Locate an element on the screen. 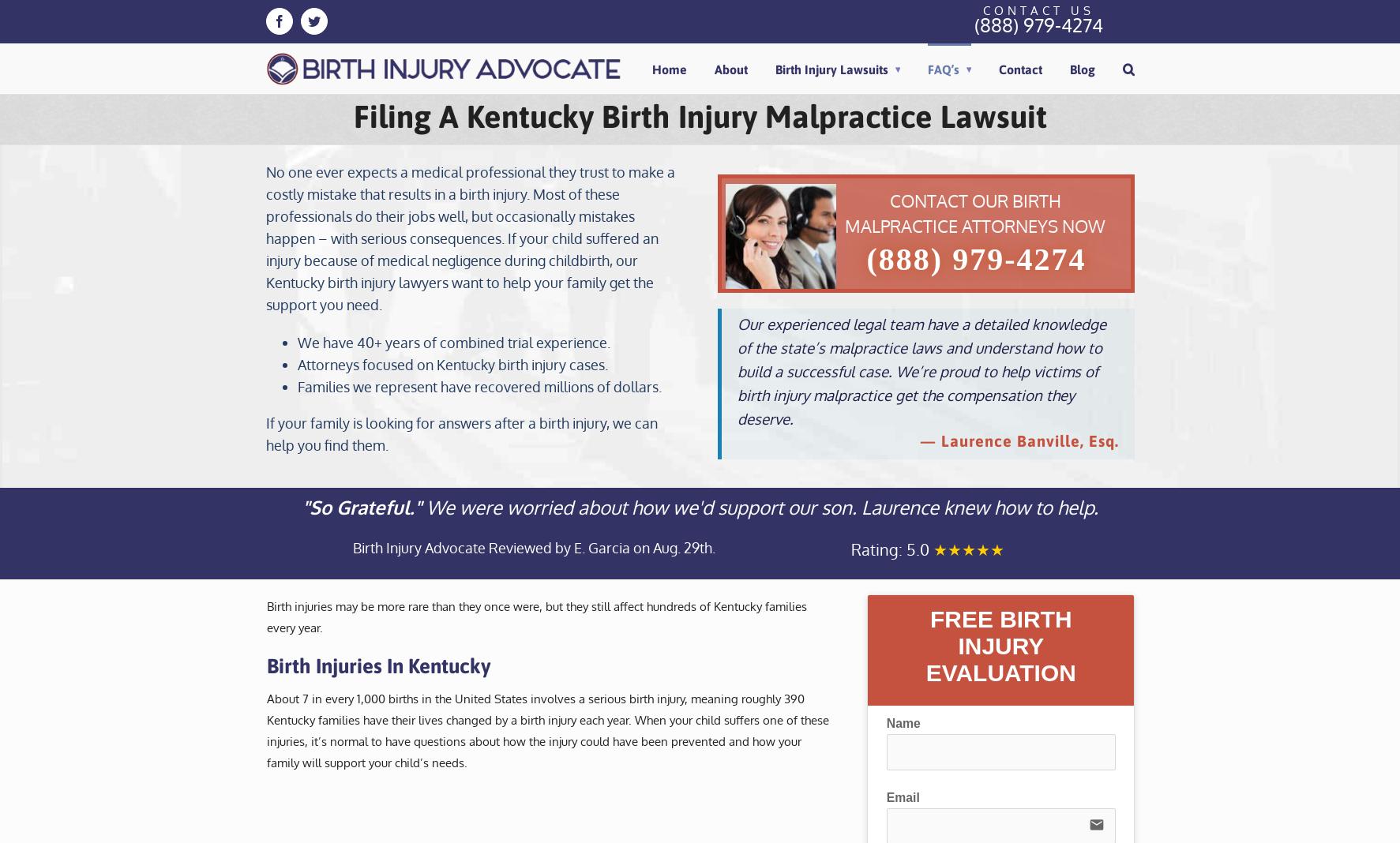 The height and width of the screenshot is (843, 1400). 'We have 40+ years of combined trial experience.' is located at coordinates (452, 343).